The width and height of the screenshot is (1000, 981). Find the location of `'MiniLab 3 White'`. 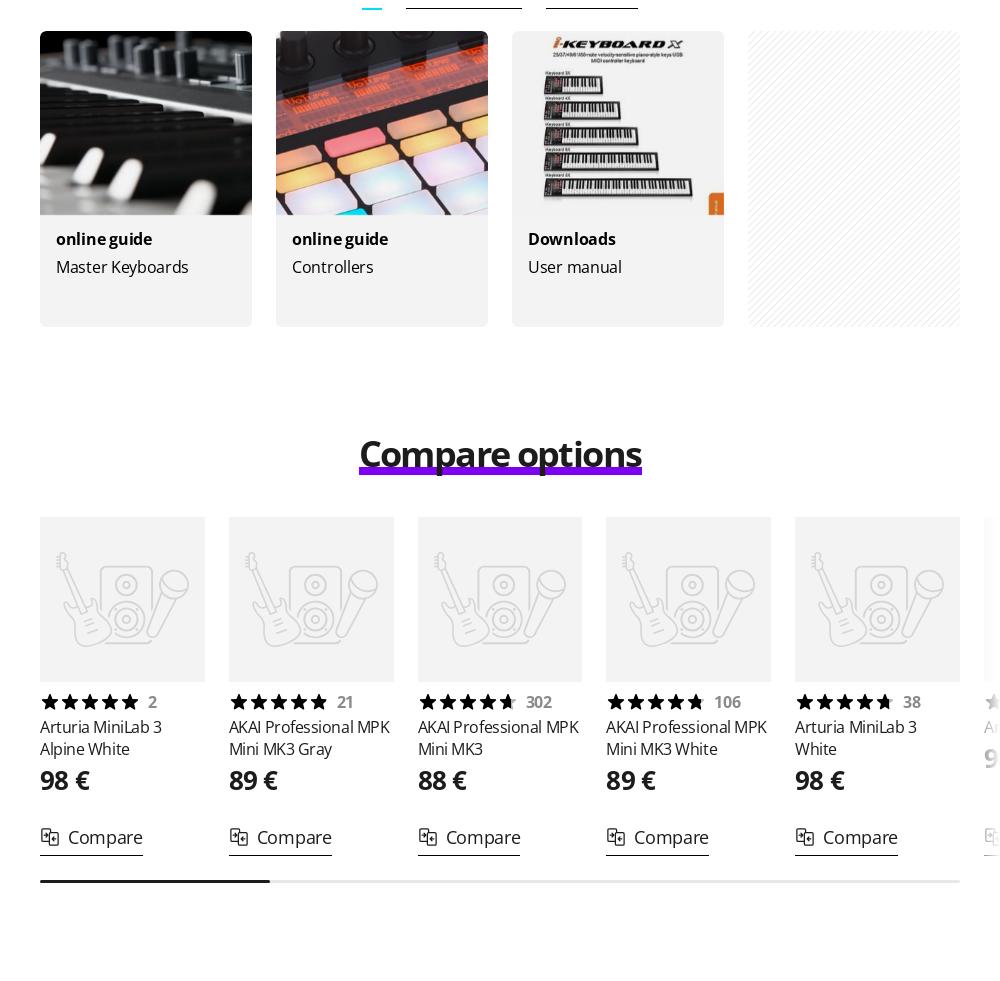

'MiniLab 3 White' is located at coordinates (854, 738).